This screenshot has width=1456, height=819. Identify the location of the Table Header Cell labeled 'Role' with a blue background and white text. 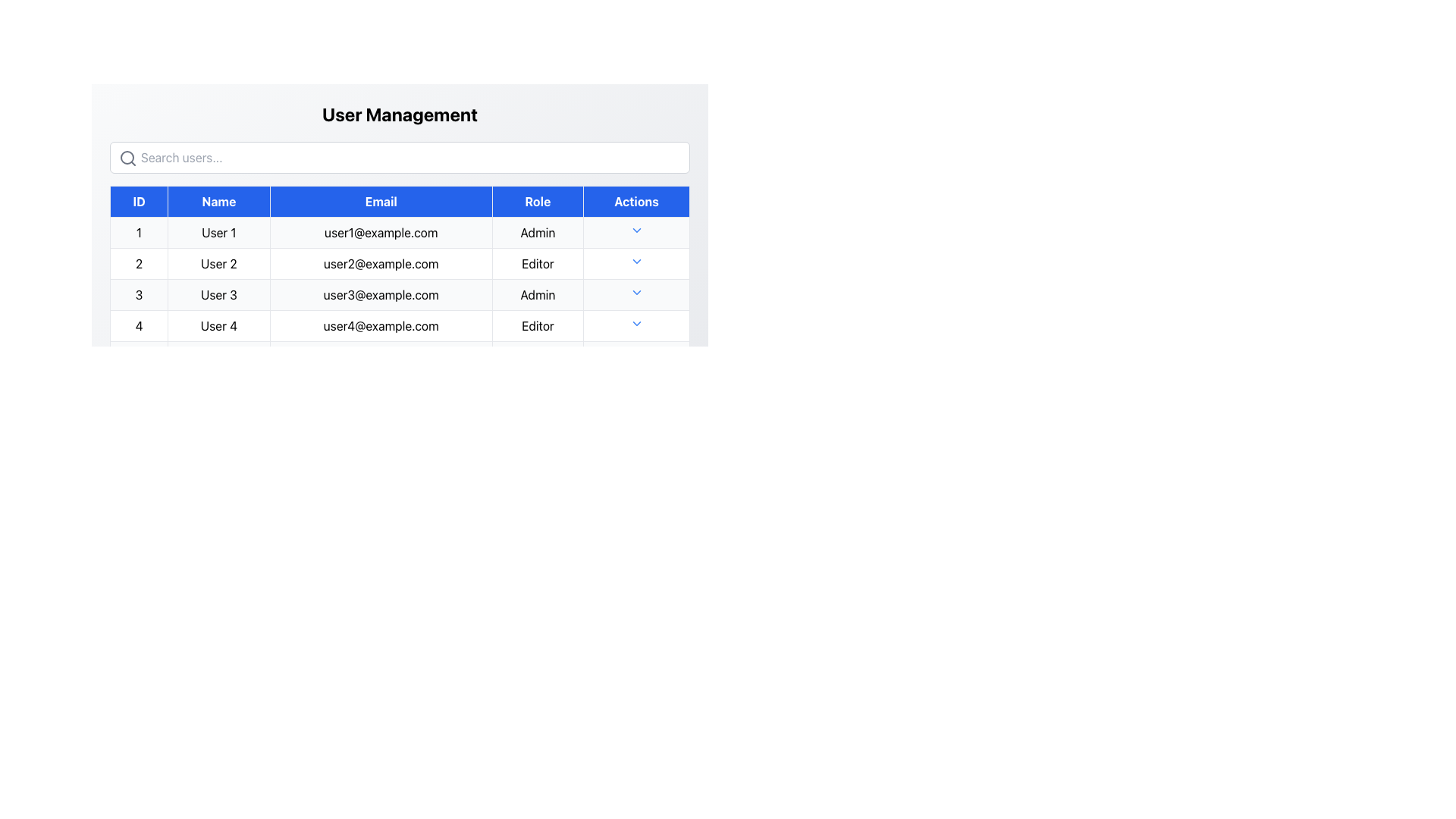
(538, 201).